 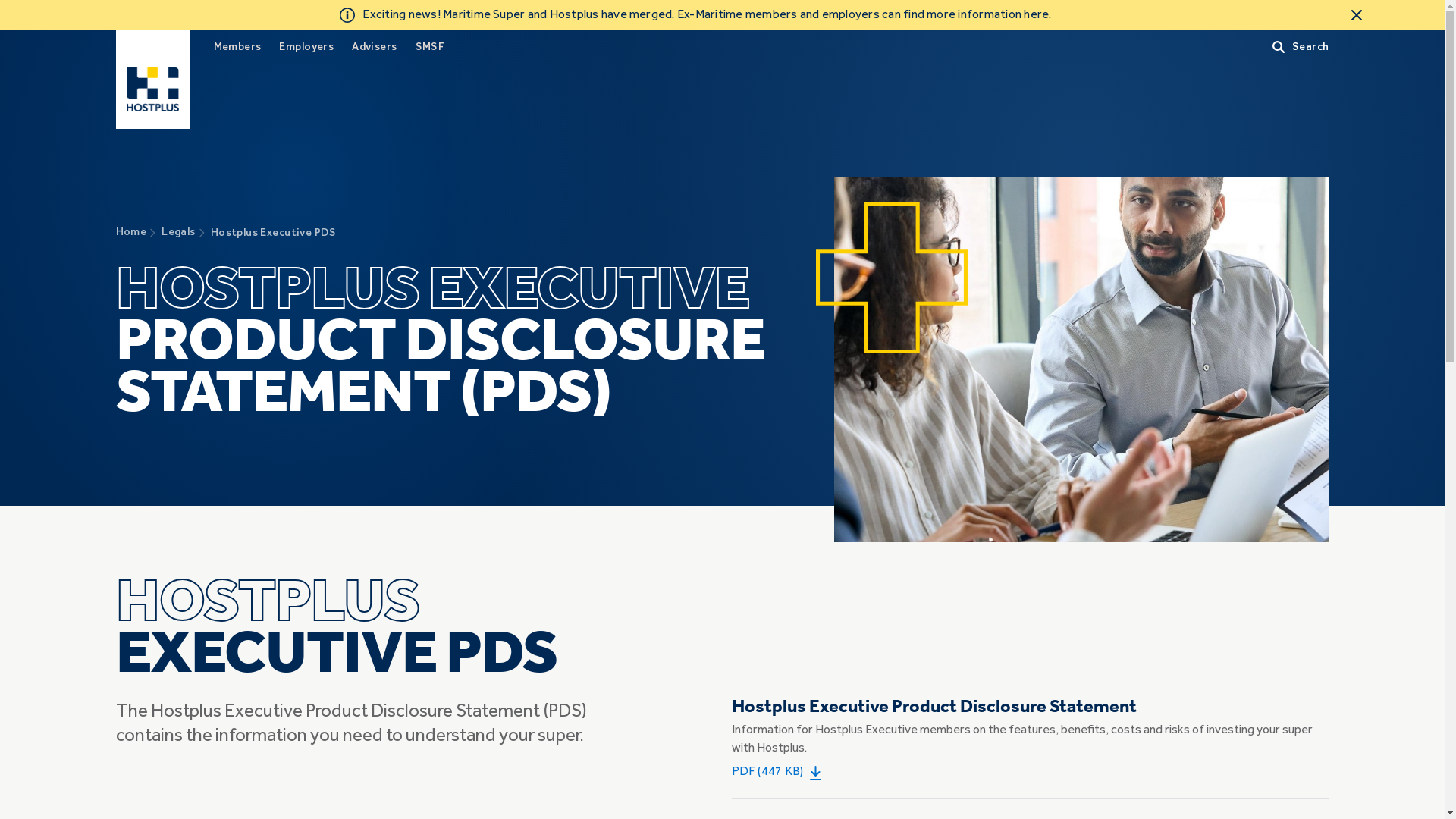 What do you see at coordinates (305, 45) in the screenshot?
I see `'Employers'` at bounding box center [305, 45].